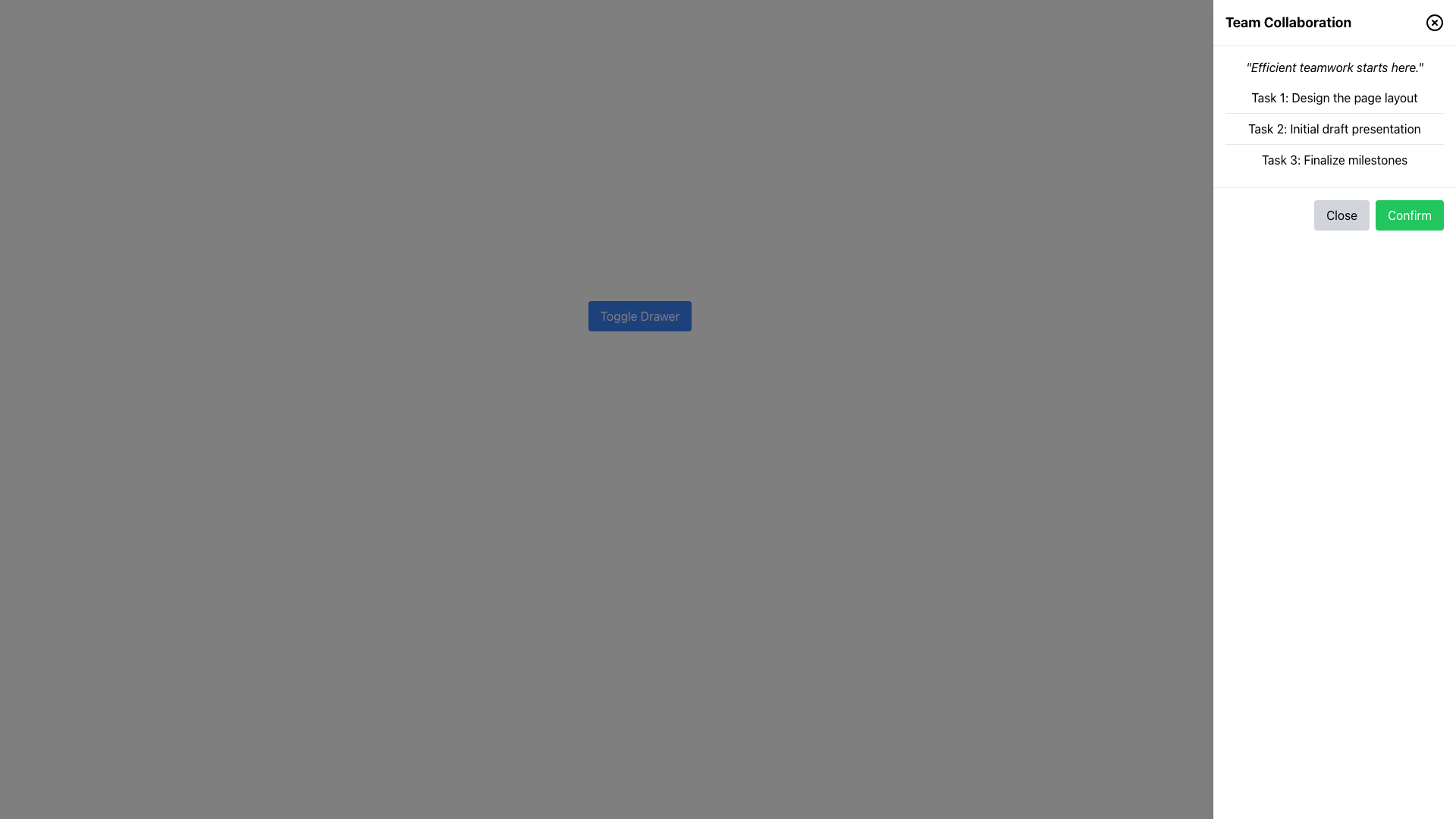 The height and width of the screenshot is (819, 1456). Describe the element at coordinates (1408, 215) in the screenshot. I see `the confirm button located in the footer section at the bottom right of the panel, which is immediately to the right of the 'Close' button, to confirm the action` at that location.